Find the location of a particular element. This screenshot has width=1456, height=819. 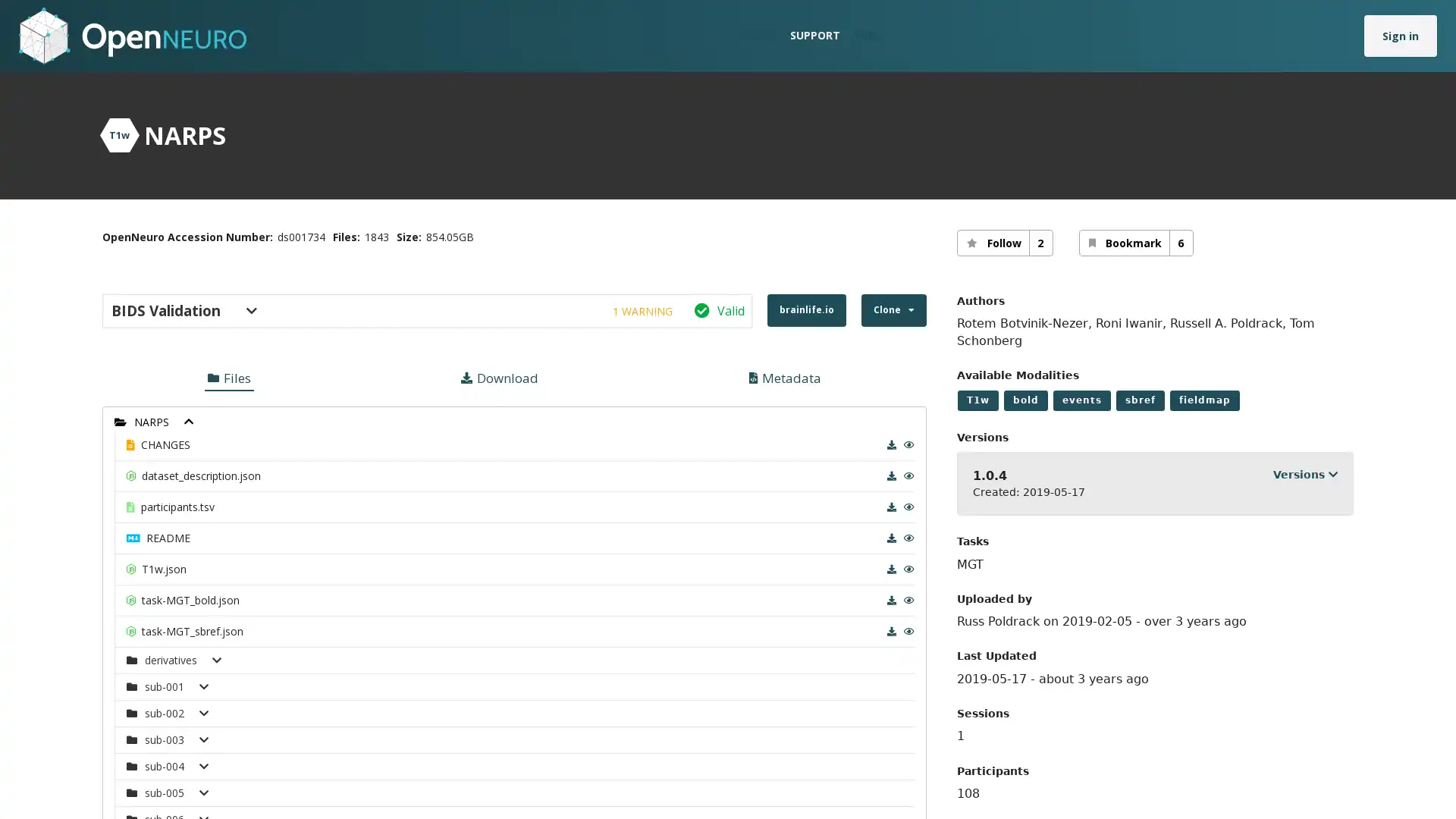

copy git hash is located at coordinates (641, 439).